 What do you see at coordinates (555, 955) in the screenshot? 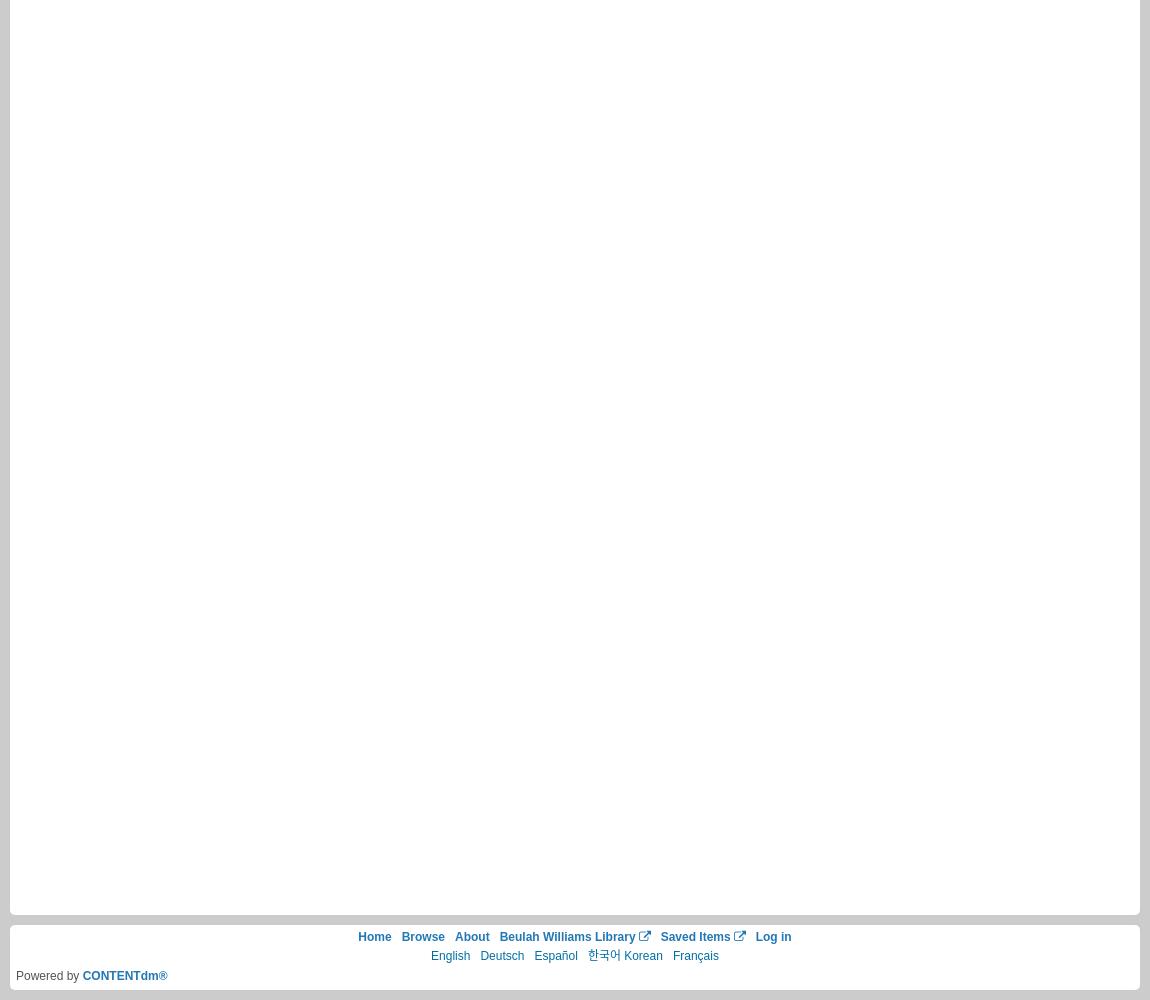
I see `'Español'` at bounding box center [555, 955].